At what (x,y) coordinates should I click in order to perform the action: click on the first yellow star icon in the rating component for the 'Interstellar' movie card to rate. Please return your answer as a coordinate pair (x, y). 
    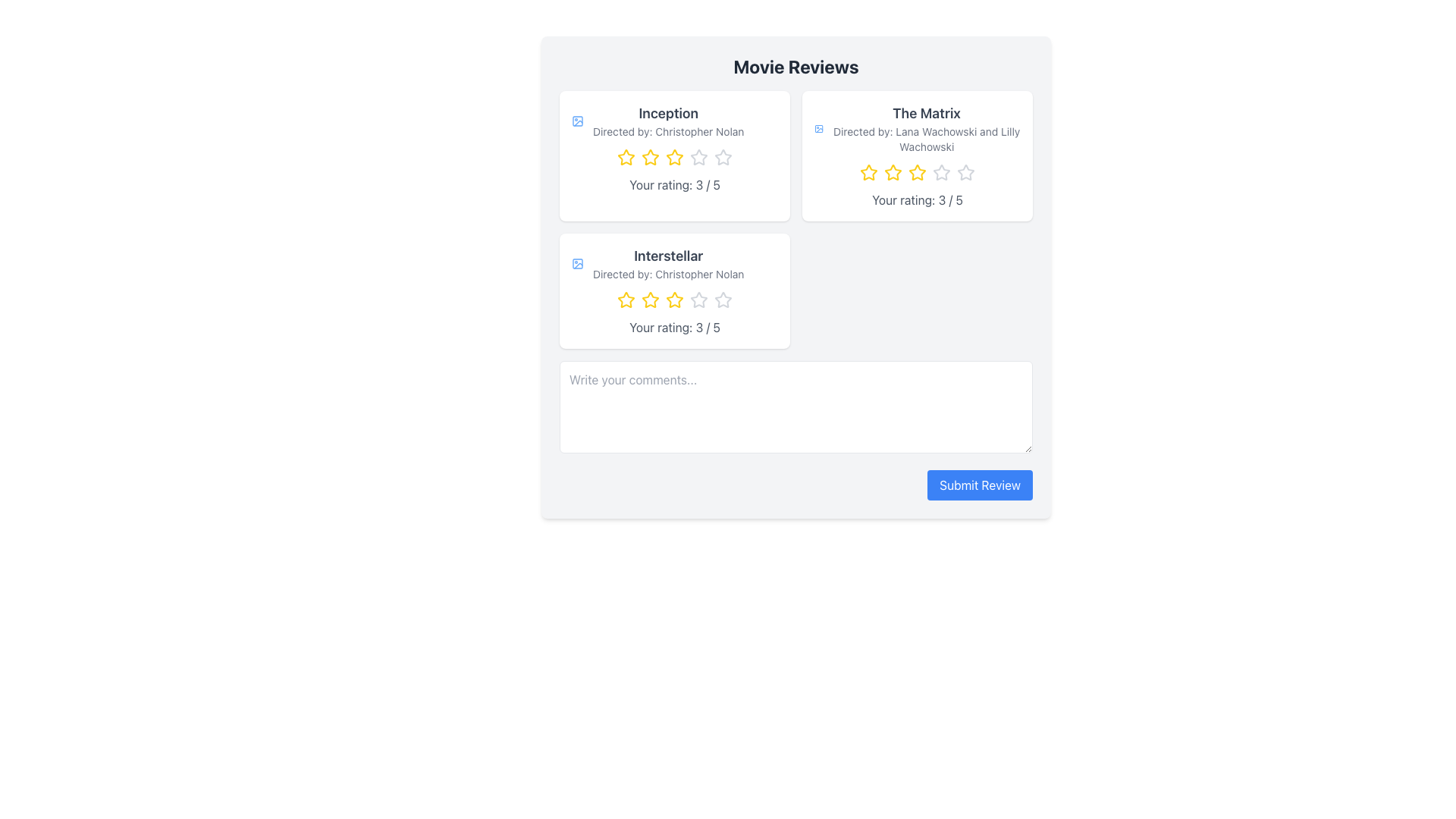
    Looking at the image, I should click on (626, 300).